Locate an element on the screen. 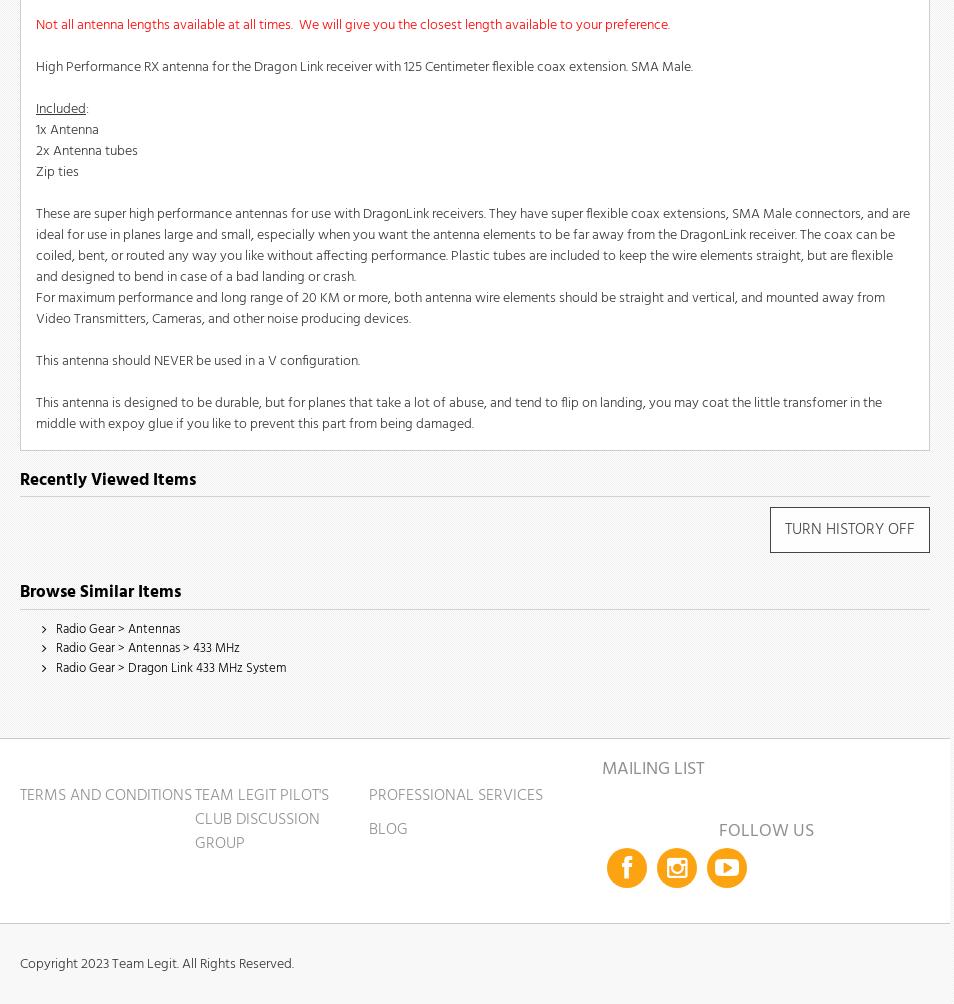 The height and width of the screenshot is (1004, 954). 'High Performance RX antenna for the Dragon Link receiver with 125 Centimeter flexible coax extension. SMA Male.' is located at coordinates (34, 66).